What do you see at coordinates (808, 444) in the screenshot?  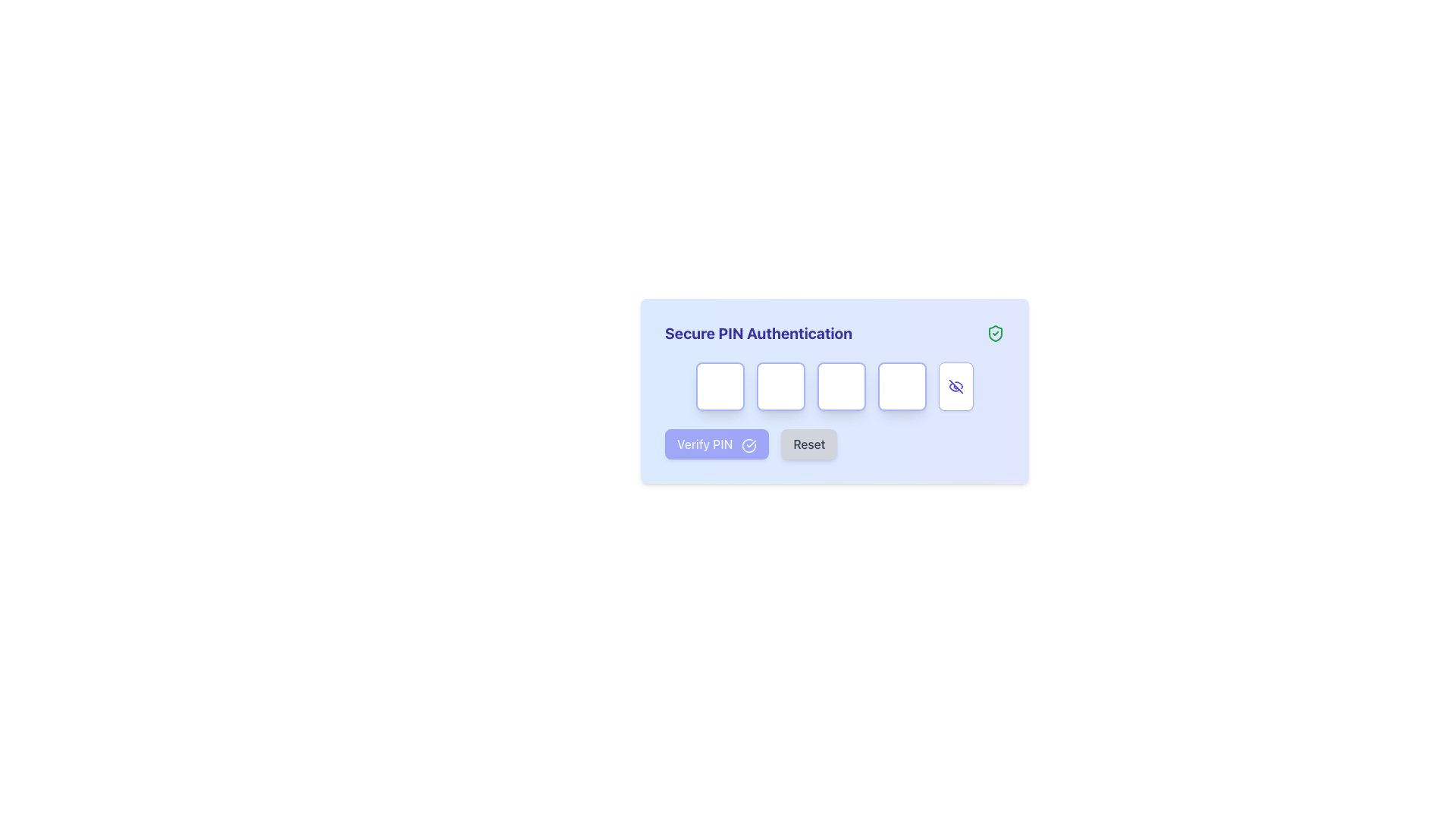 I see `the 'Reset' button, which is the second button in a horizontal group with rounded corners and a gray text label` at bounding box center [808, 444].